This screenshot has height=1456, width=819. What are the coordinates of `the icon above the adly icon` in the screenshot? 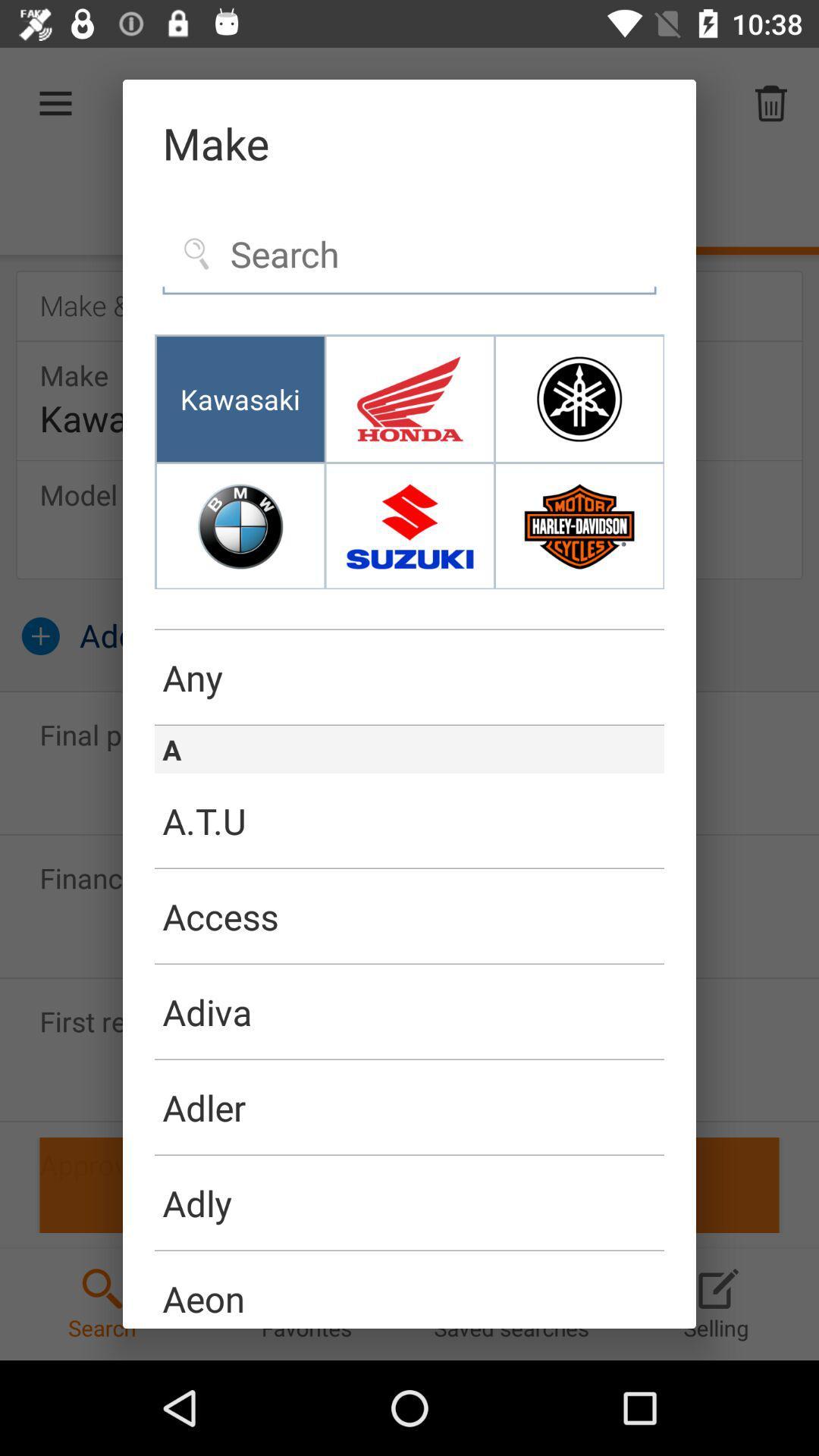 It's located at (409, 1154).